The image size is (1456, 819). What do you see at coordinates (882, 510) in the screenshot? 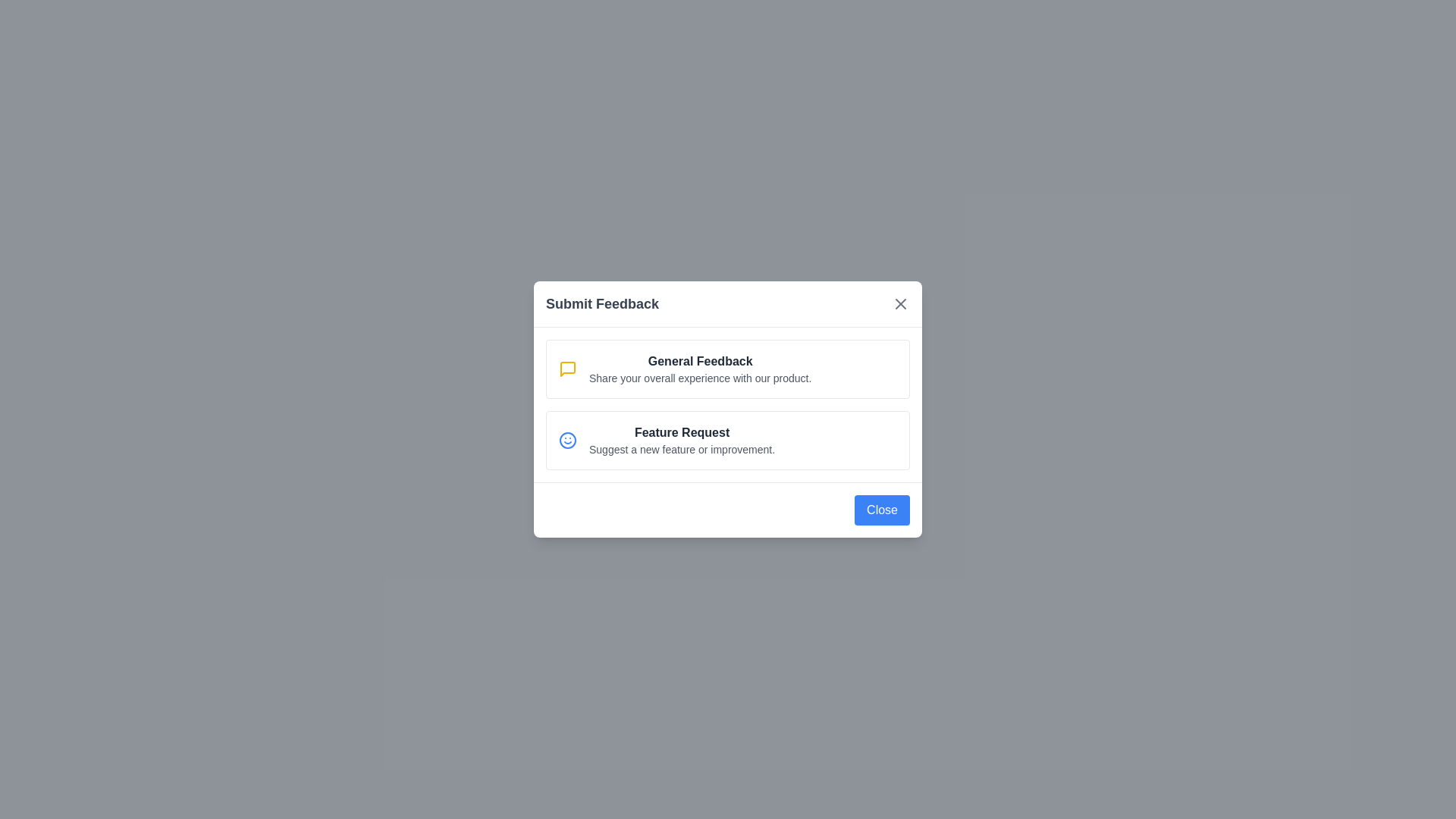
I see `the 'Close' button located in the footer of the FeedbackDialog component` at bounding box center [882, 510].